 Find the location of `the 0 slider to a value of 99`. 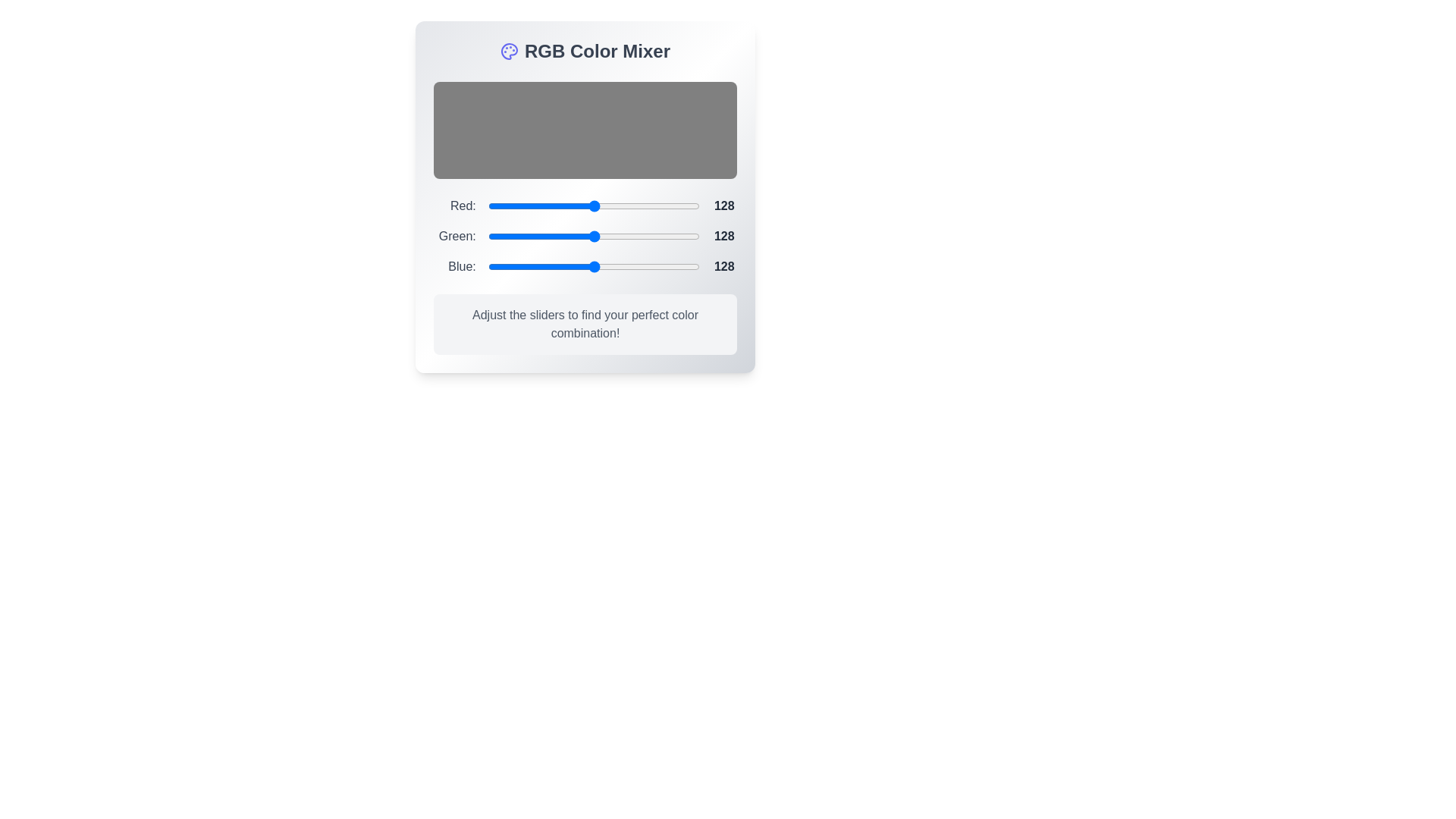

the 0 slider to a value of 99 is located at coordinates (635, 206).